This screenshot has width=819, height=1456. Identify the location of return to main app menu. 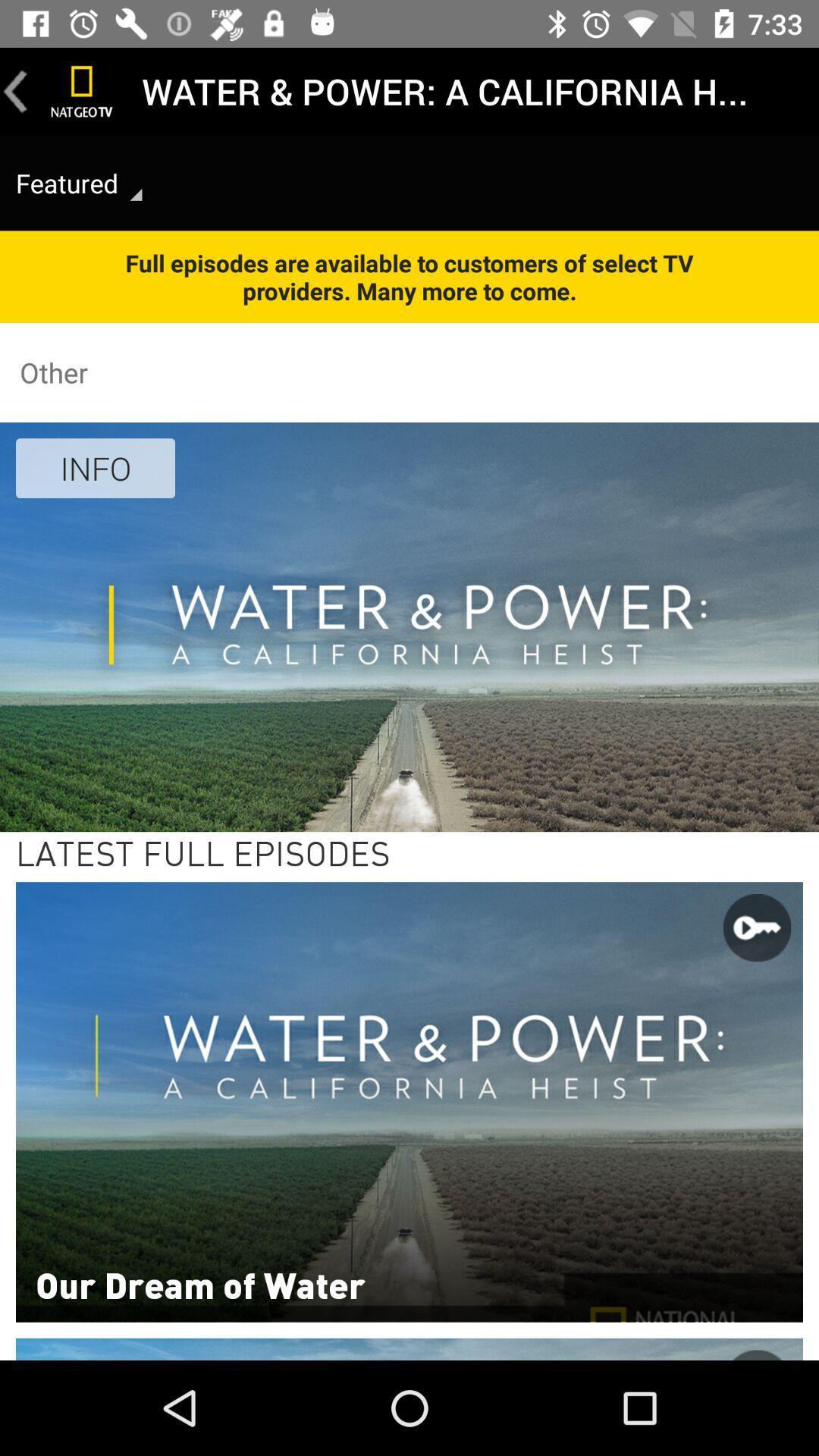
(82, 90).